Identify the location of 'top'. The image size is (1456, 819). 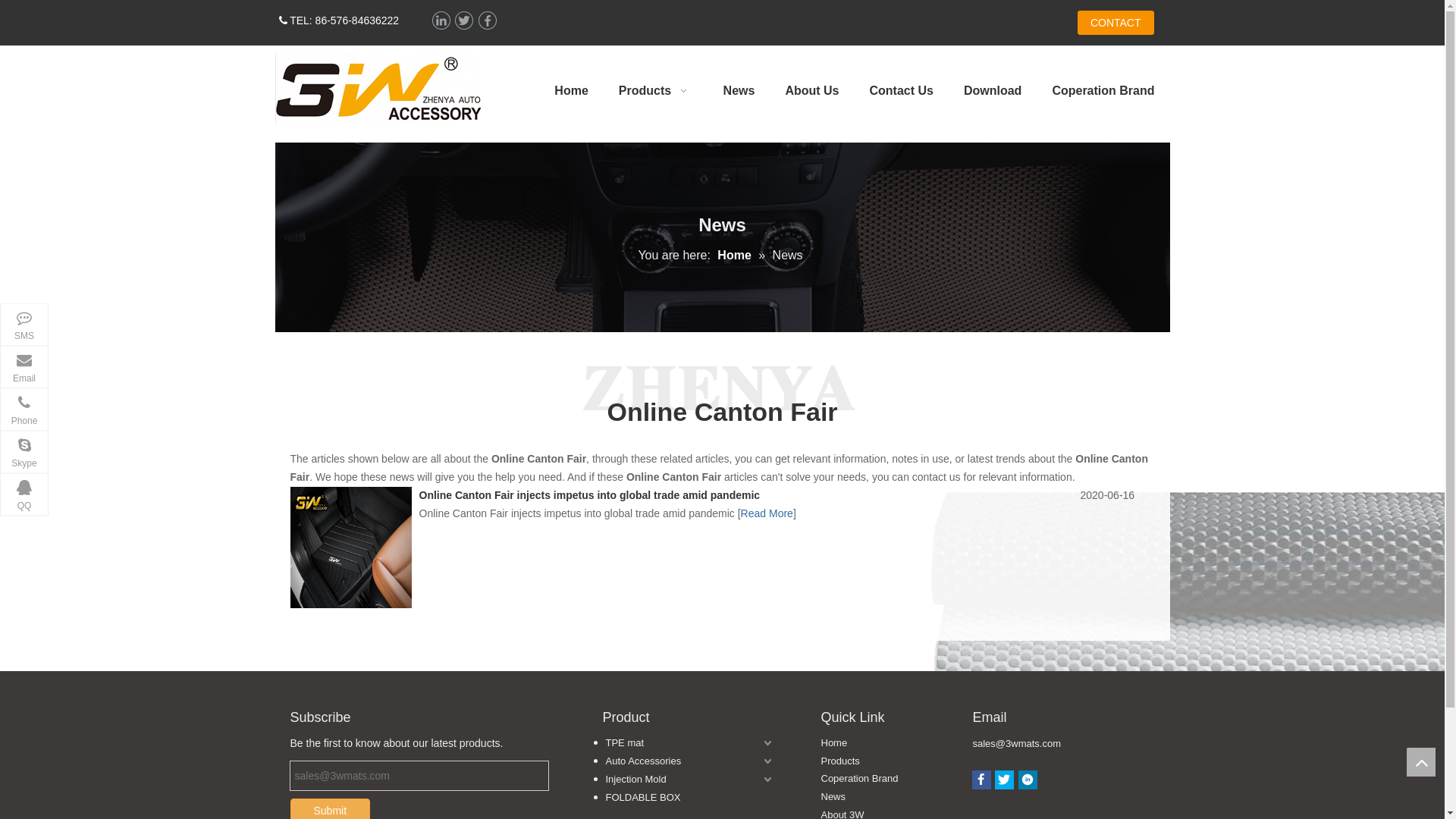
(1420, 762).